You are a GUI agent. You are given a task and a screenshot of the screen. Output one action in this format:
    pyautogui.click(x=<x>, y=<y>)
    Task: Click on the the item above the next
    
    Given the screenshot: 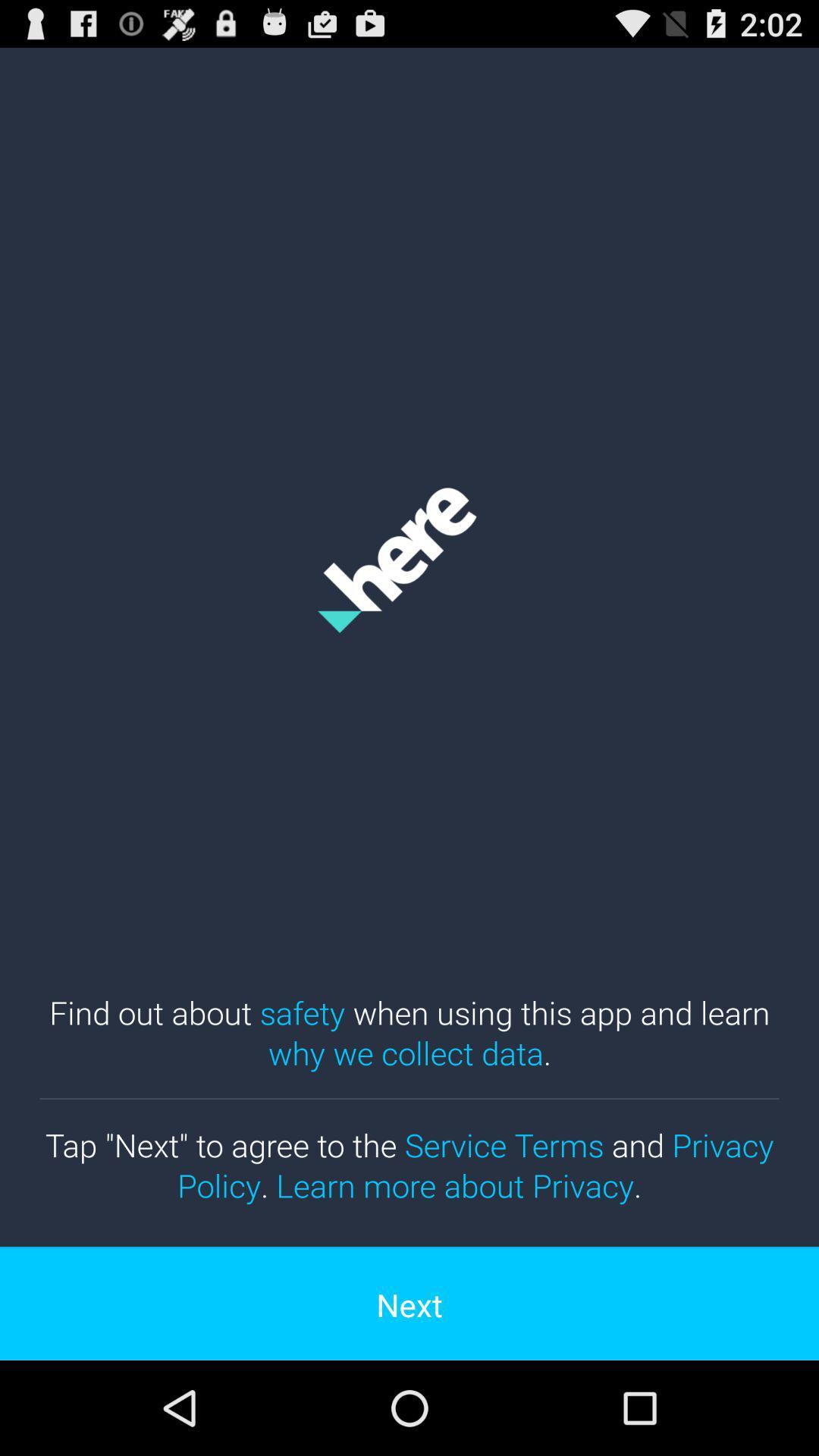 What is the action you would take?
    pyautogui.click(x=409, y=1164)
    